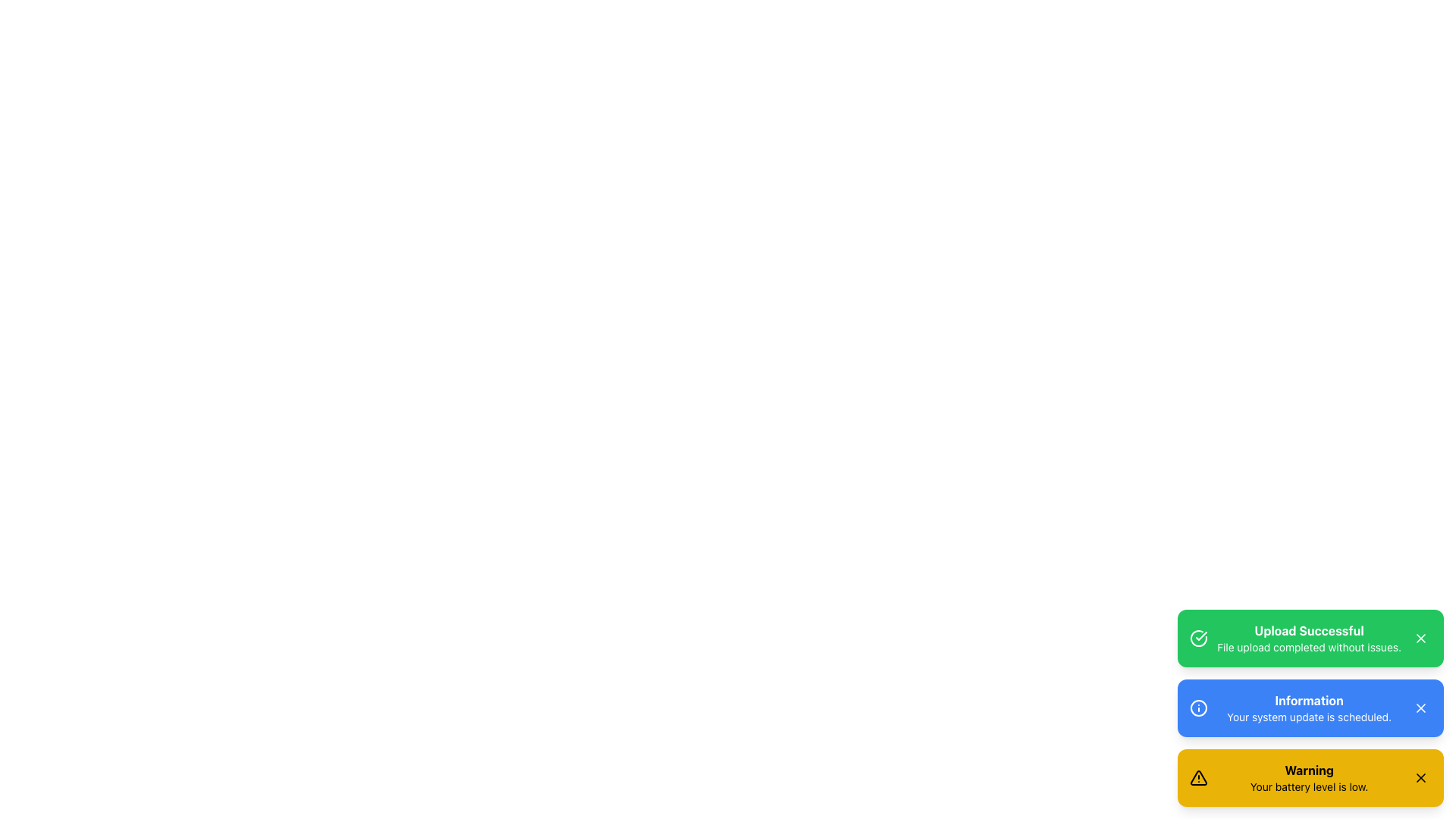 The image size is (1456, 819). Describe the element at coordinates (1420, 638) in the screenshot. I see `the small circular close button with a cross mark located at the top-right corner of the 'Upload Successful' notification card` at that location.